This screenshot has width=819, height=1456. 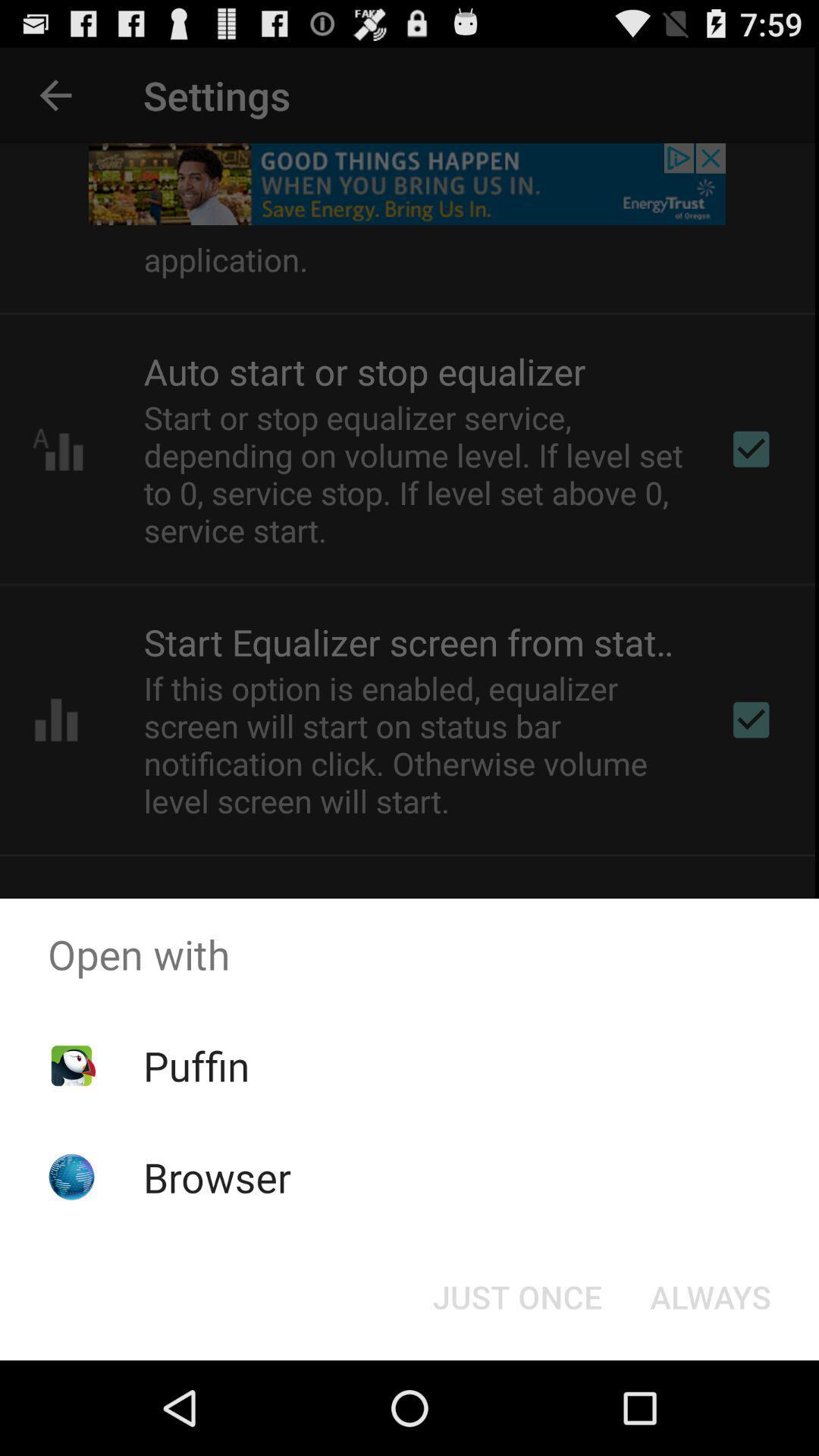 What do you see at coordinates (711, 1295) in the screenshot?
I see `always icon` at bounding box center [711, 1295].